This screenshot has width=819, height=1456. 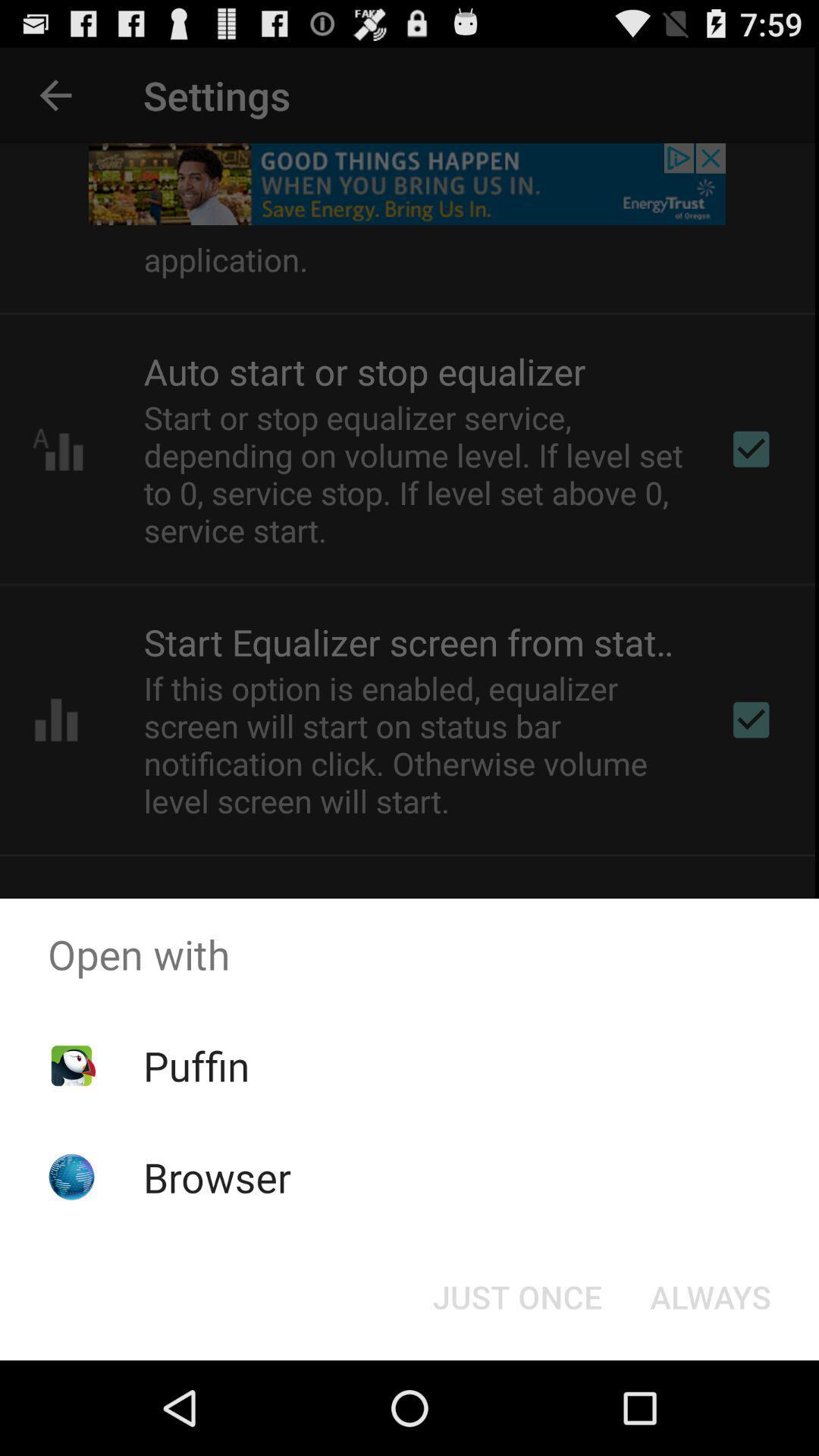 What do you see at coordinates (711, 1295) in the screenshot?
I see `always icon` at bounding box center [711, 1295].